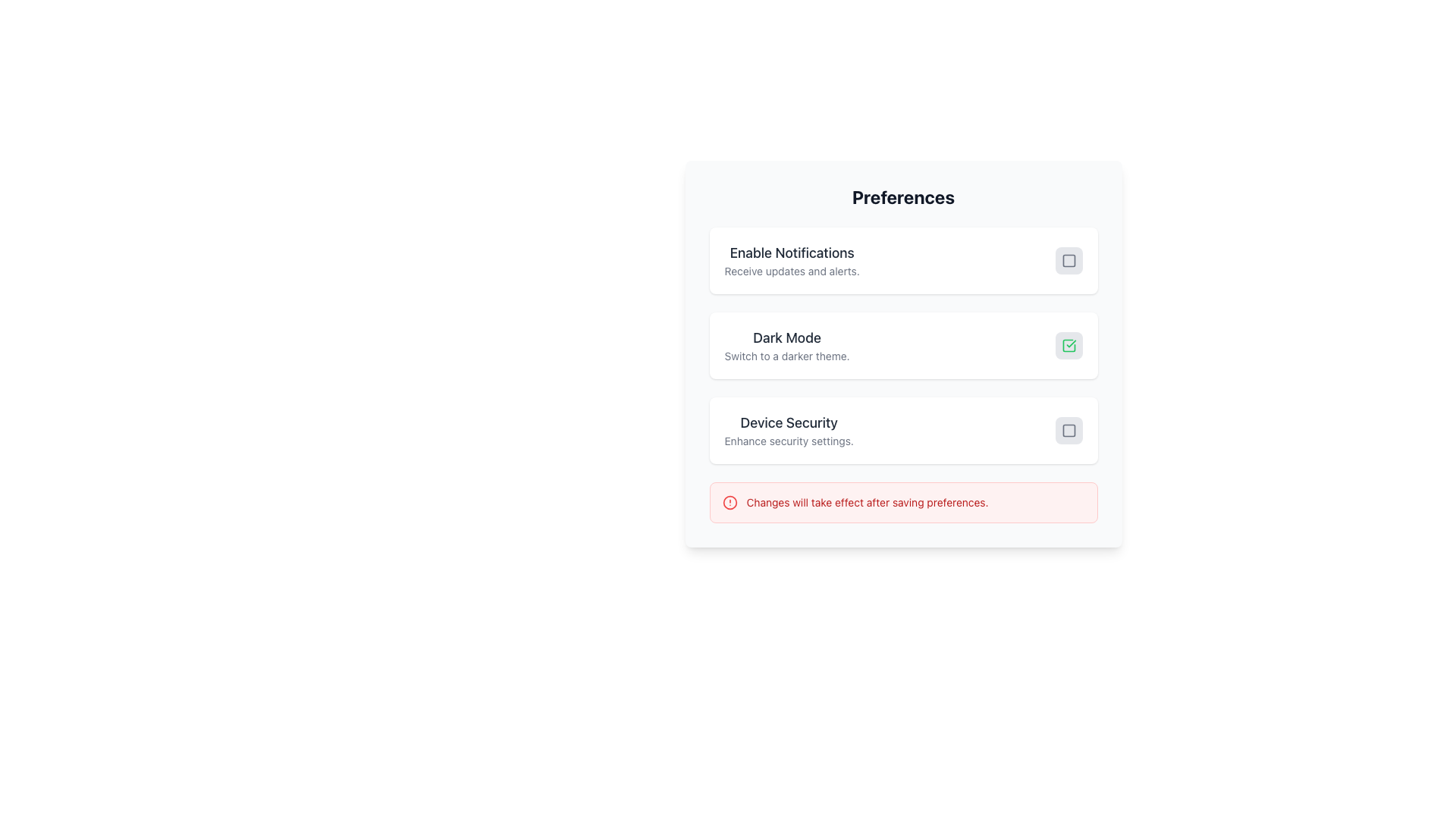 The height and width of the screenshot is (819, 1456). Describe the element at coordinates (1068, 345) in the screenshot. I see `the second icon in the vertical list under the 'Preferences' section` at that location.